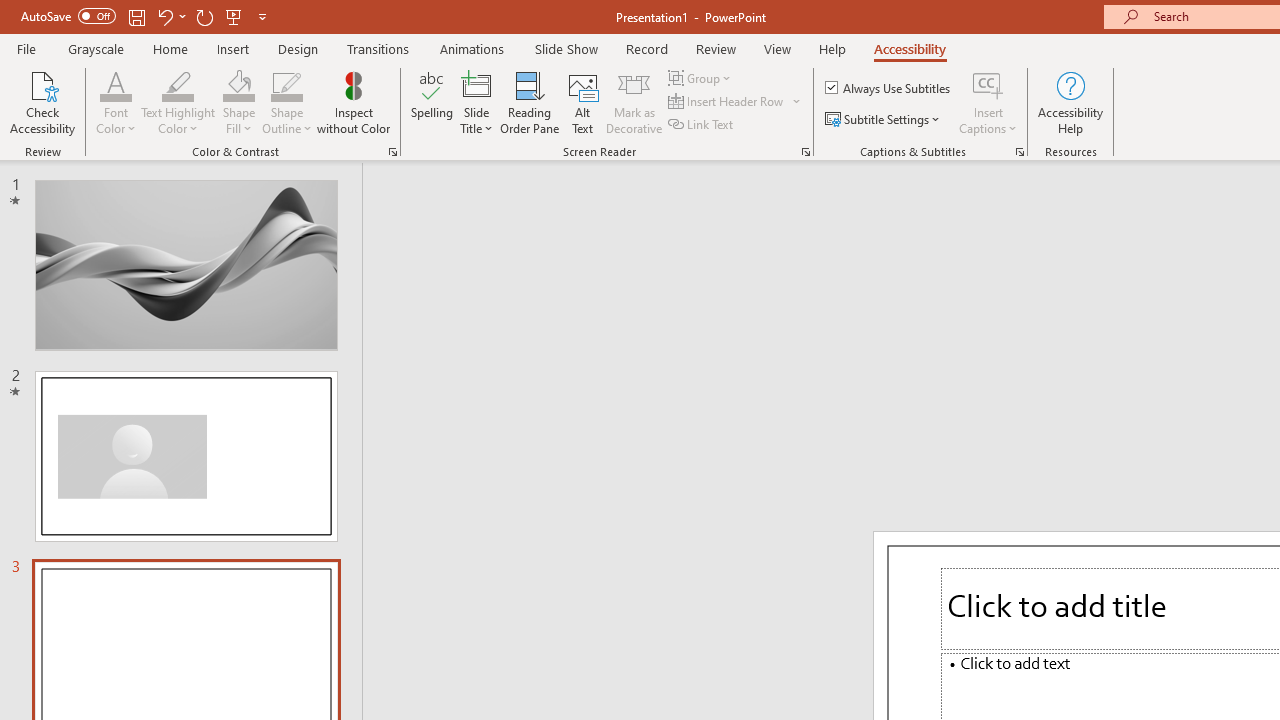 The width and height of the screenshot is (1280, 720). Describe the element at coordinates (475, 84) in the screenshot. I see `'Slide Title'` at that location.